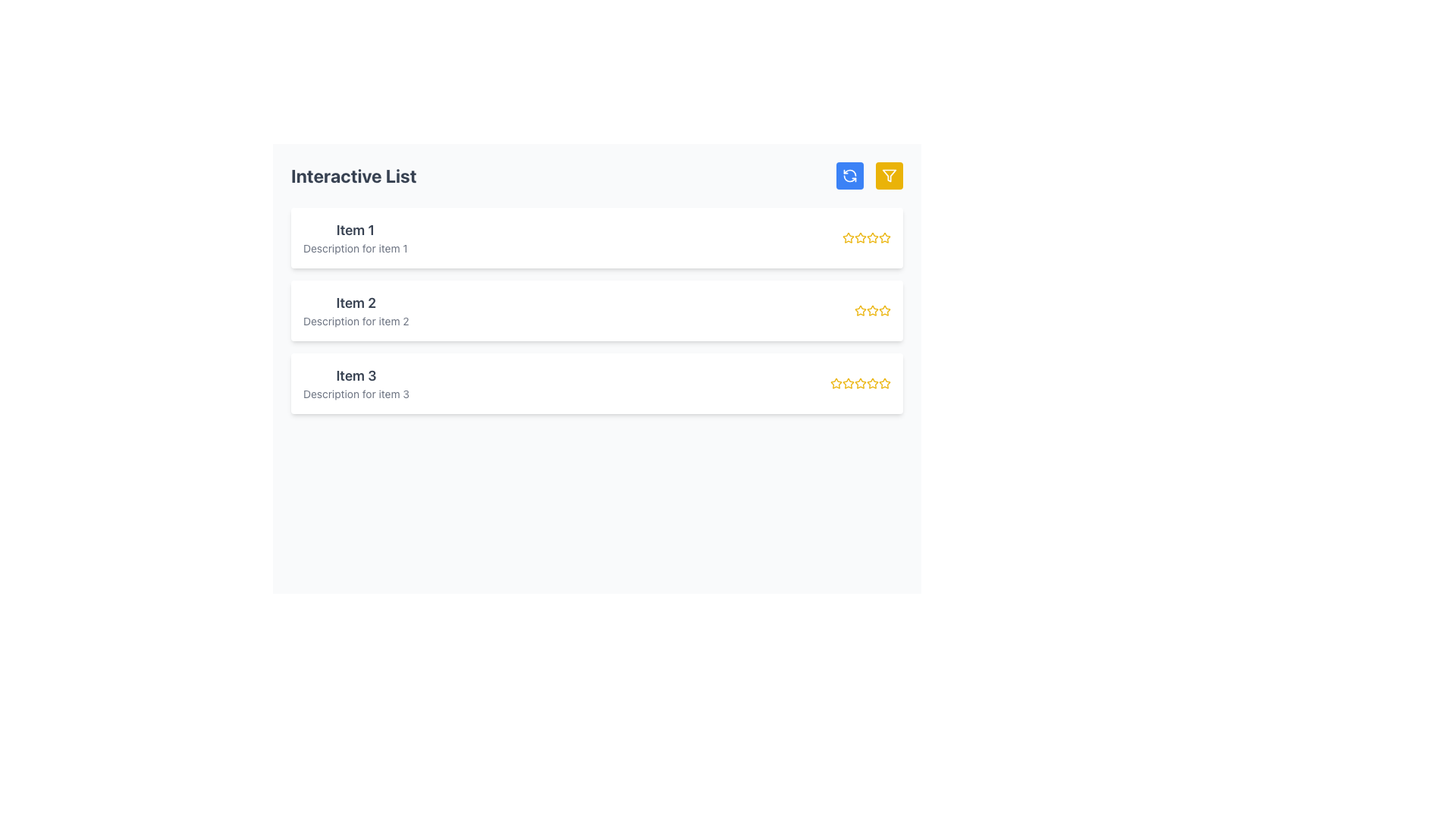 This screenshot has height=819, width=1456. What do you see at coordinates (355, 321) in the screenshot?
I see `the text label providing additional descriptive information for 'Item 2', which is located beneath the title and above the star icons` at bounding box center [355, 321].